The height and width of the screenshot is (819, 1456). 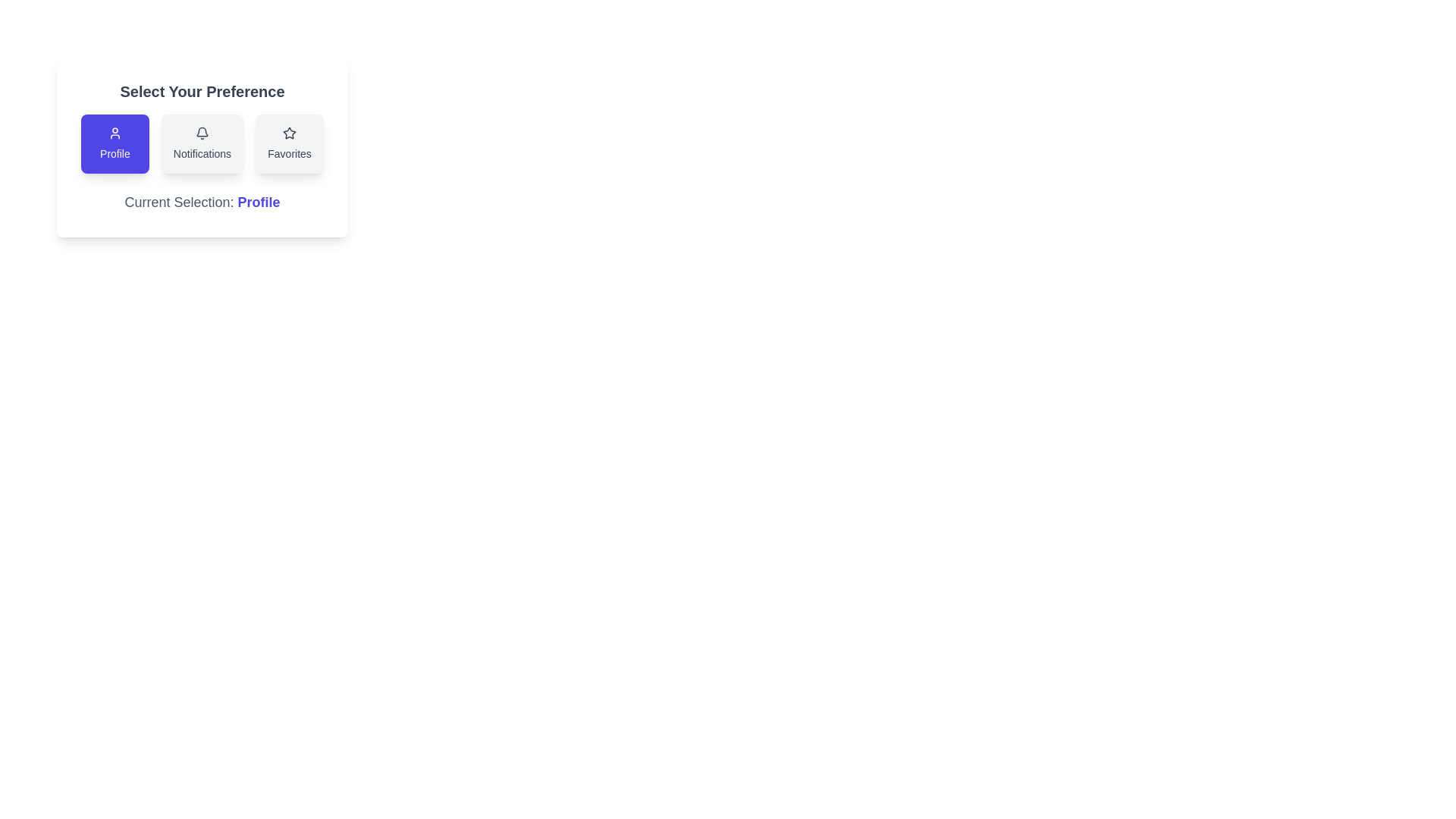 What do you see at coordinates (290, 132) in the screenshot?
I see `the star-shaped outline icon in the 'Favorites' selection bar` at bounding box center [290, 132].